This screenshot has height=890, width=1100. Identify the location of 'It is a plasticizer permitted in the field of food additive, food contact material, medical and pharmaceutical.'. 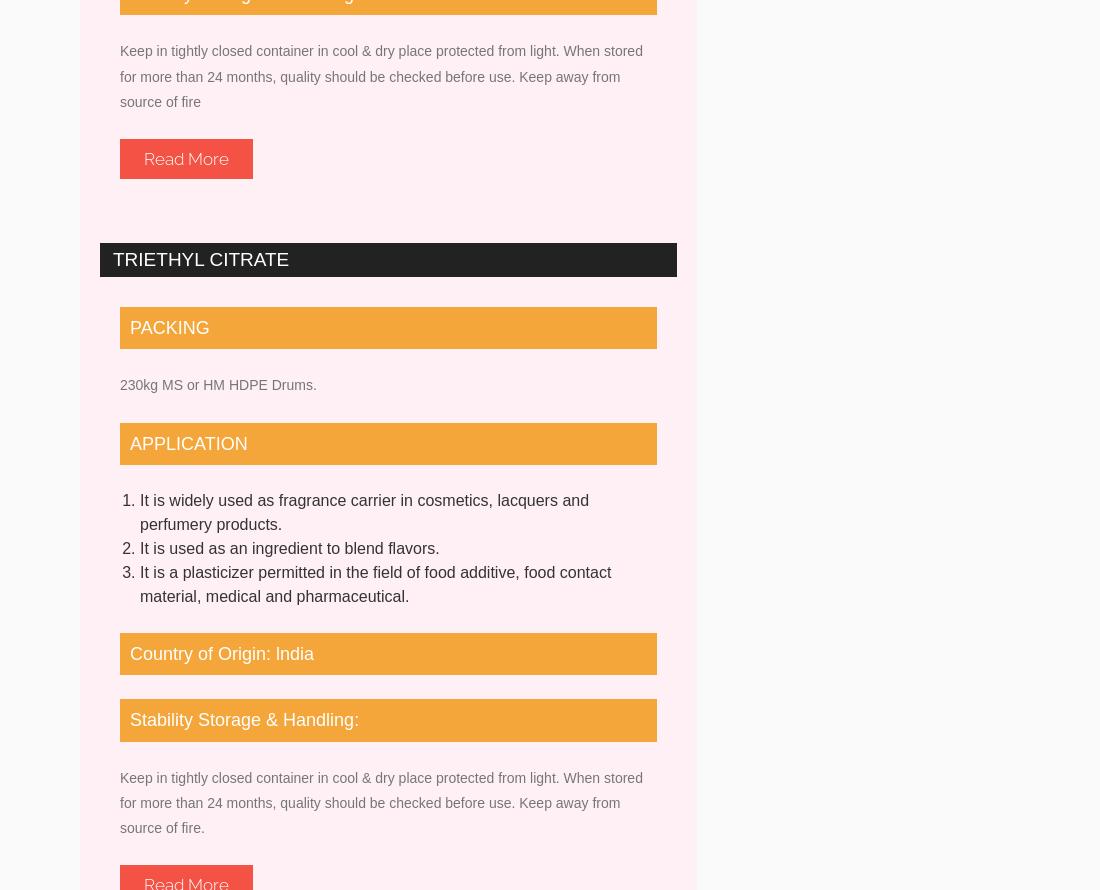
(139, 582).